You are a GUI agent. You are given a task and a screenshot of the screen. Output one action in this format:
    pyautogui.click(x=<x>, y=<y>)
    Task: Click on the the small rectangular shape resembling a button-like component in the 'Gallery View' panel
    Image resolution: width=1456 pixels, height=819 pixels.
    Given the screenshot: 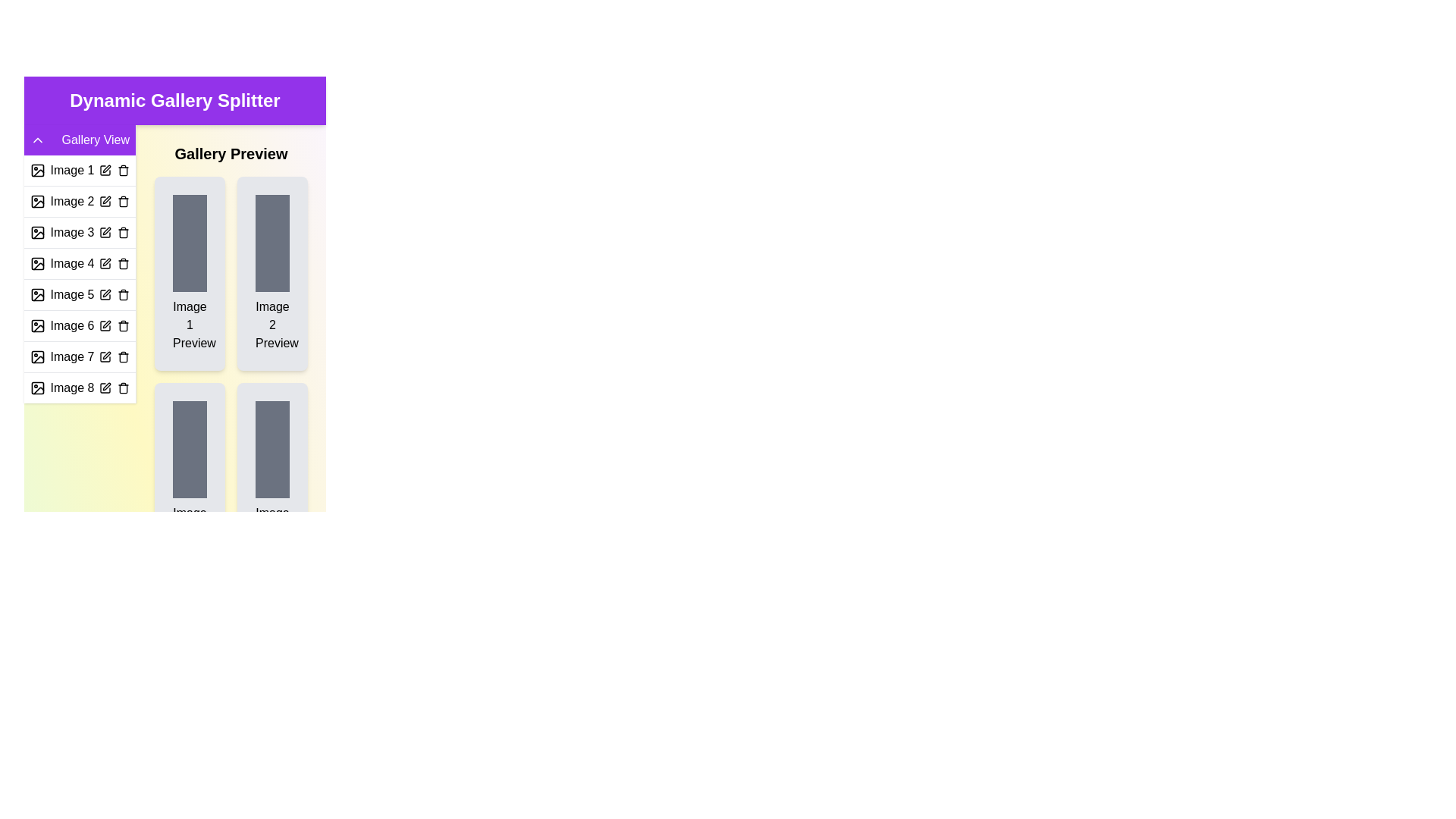 What is the action you would take?
    pyautogui.click(x=37, y=201)
    